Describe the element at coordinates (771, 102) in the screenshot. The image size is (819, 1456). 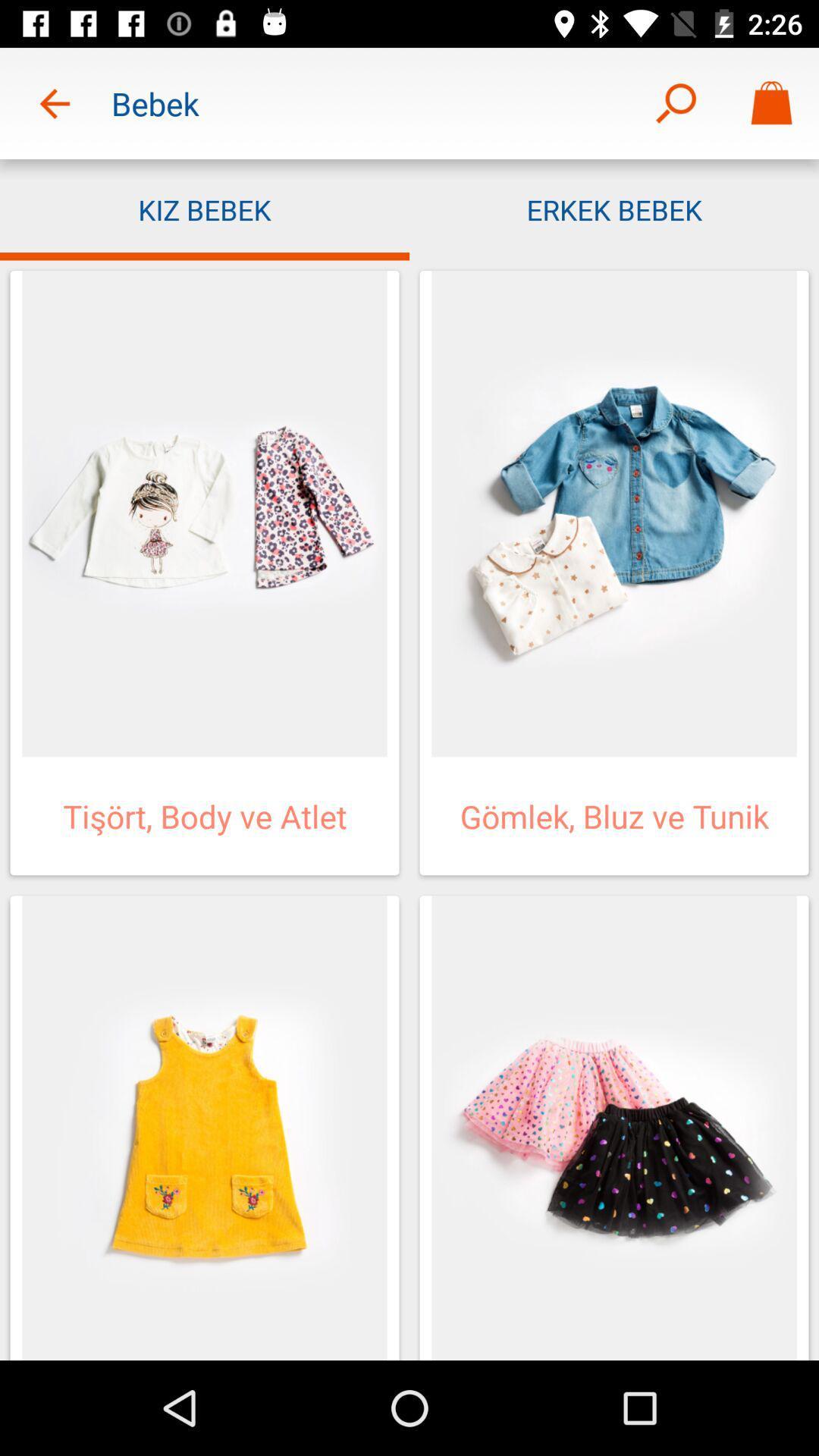
I see `icon above the erkek bebek icon` at that location.